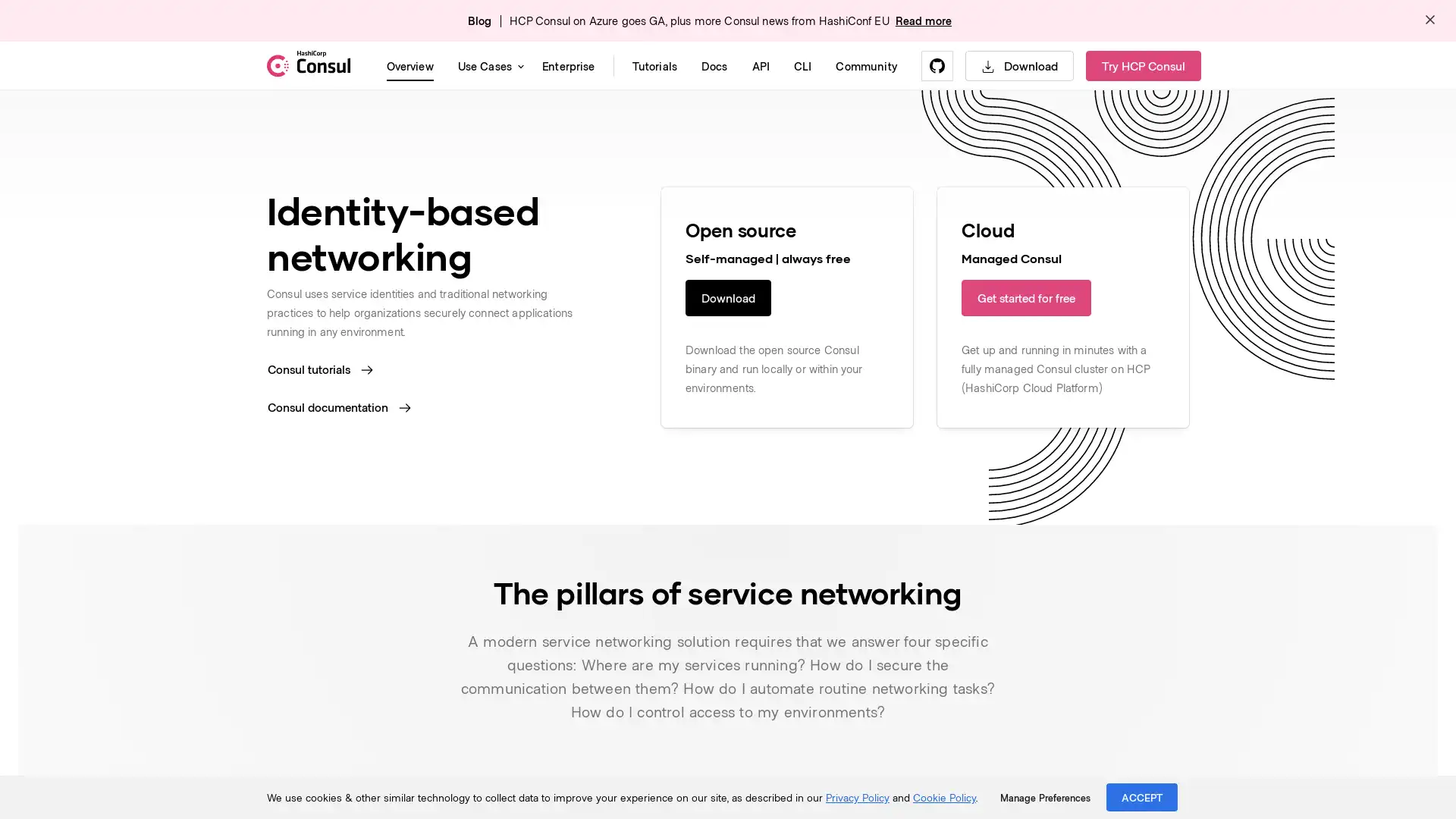  Describe the element at coordinates (1429, 20) in the screenshot. I see `Dismiss alert` at that location.